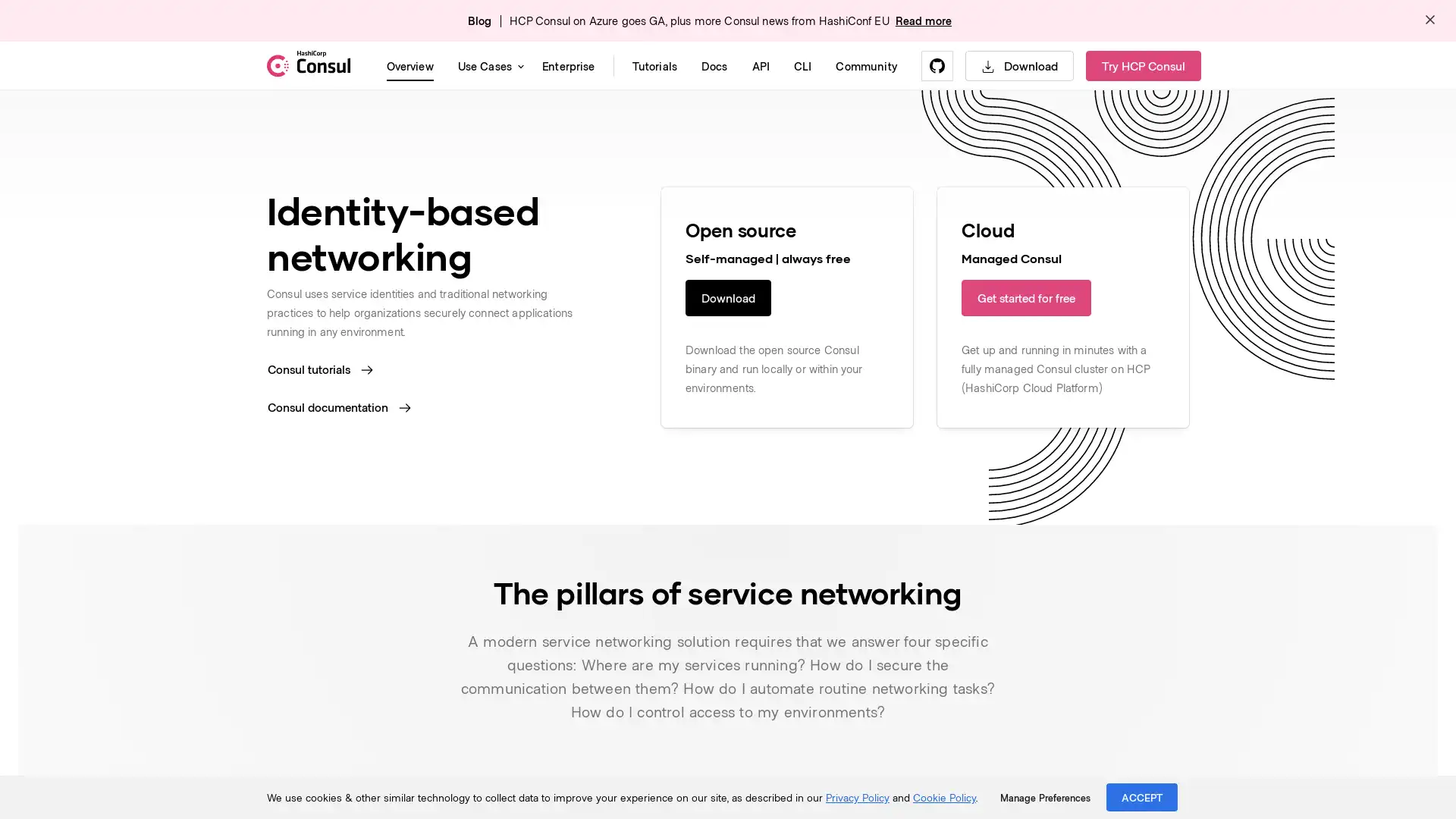  Describe the element at coordinates (1429, 20) in the screenshot. I see `Dismiss alert` at that location.